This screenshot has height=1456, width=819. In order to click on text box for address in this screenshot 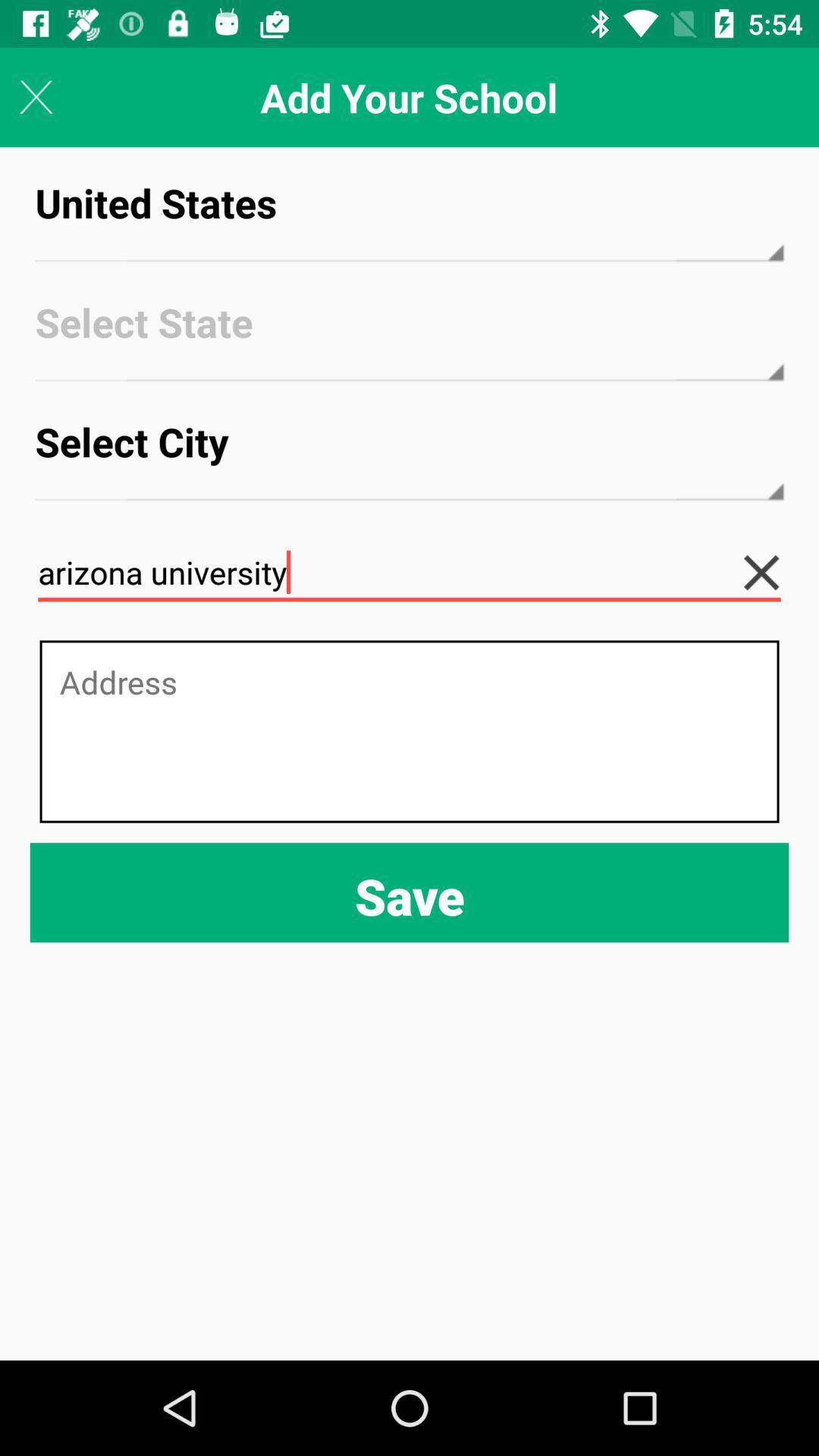, I will do `click(409, 731)`.